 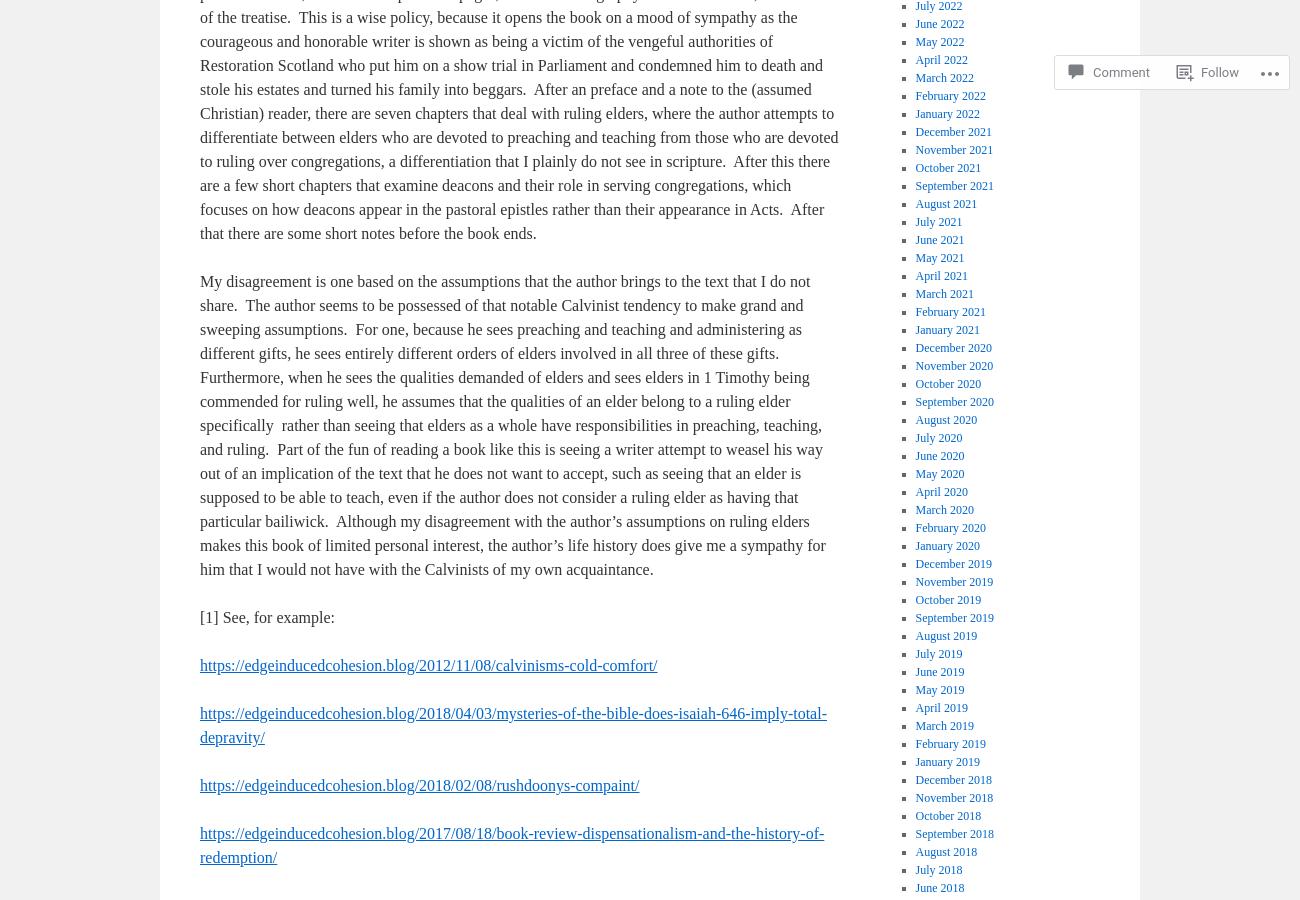 I want to click on 'Follow', so click(x=1219, y=71).